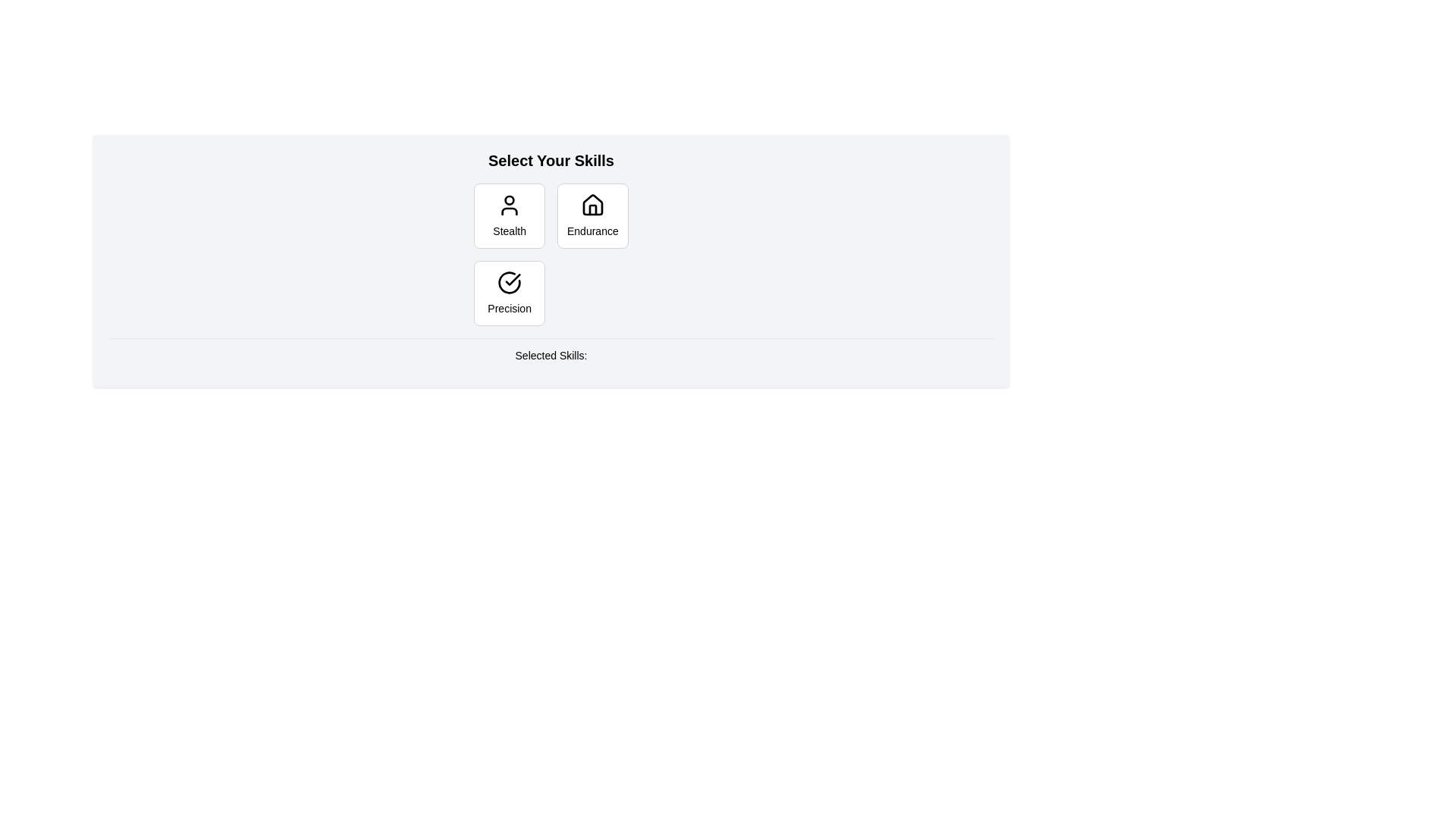 The width and height of the screenshot is (1456, 819). What do you see at coordinates (591, 205) in the screenshot?
I see `the 'Endurance' skill icon, which is a pictogram representing the concept of 'Endurance', located at the top-center of the 'Endurance' button in the selectable skills grid` at bounding box center [591, 205].